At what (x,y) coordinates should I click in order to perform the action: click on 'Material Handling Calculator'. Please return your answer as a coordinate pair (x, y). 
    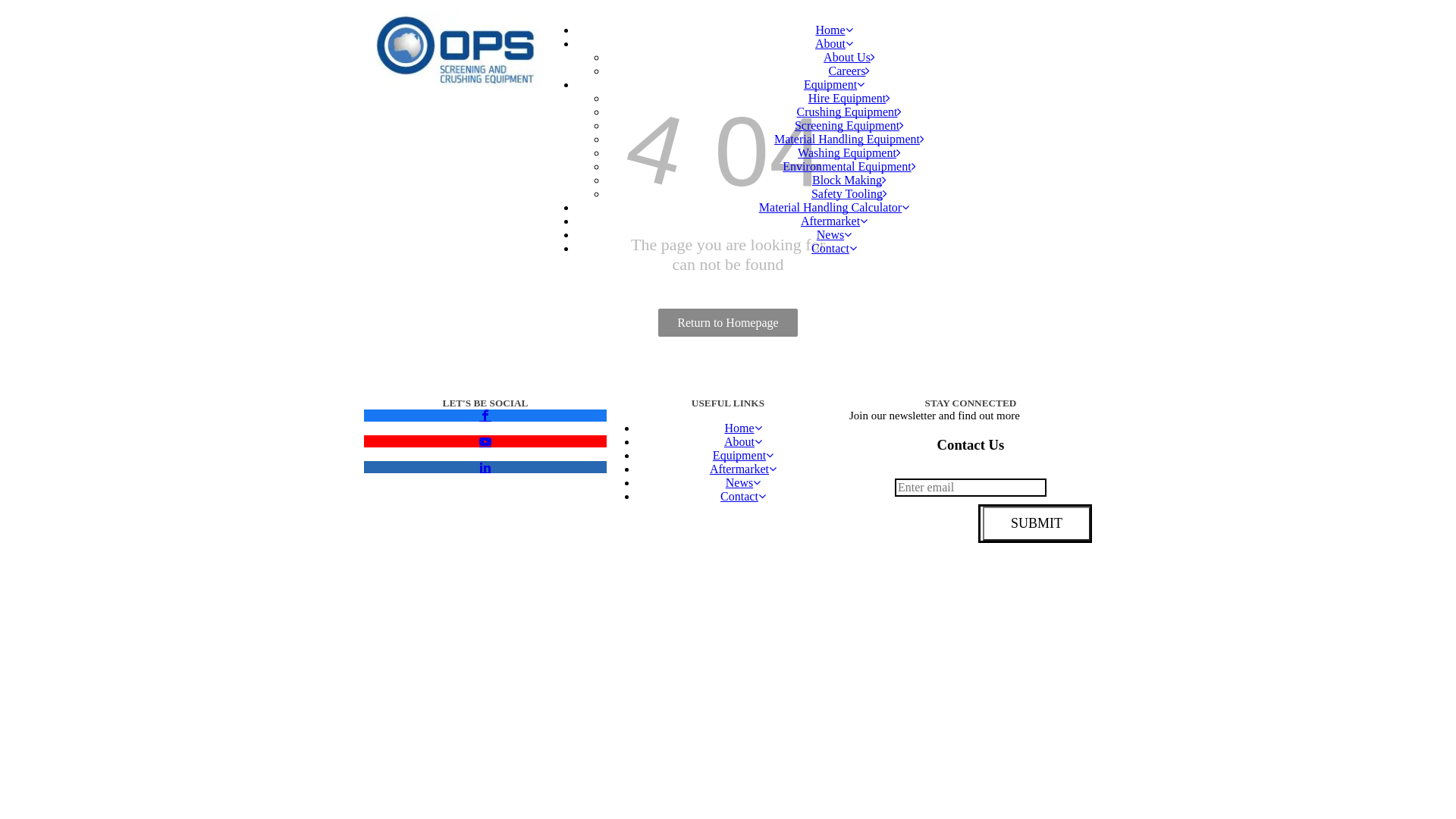
    Looking at the image, I should click on (833, 207).